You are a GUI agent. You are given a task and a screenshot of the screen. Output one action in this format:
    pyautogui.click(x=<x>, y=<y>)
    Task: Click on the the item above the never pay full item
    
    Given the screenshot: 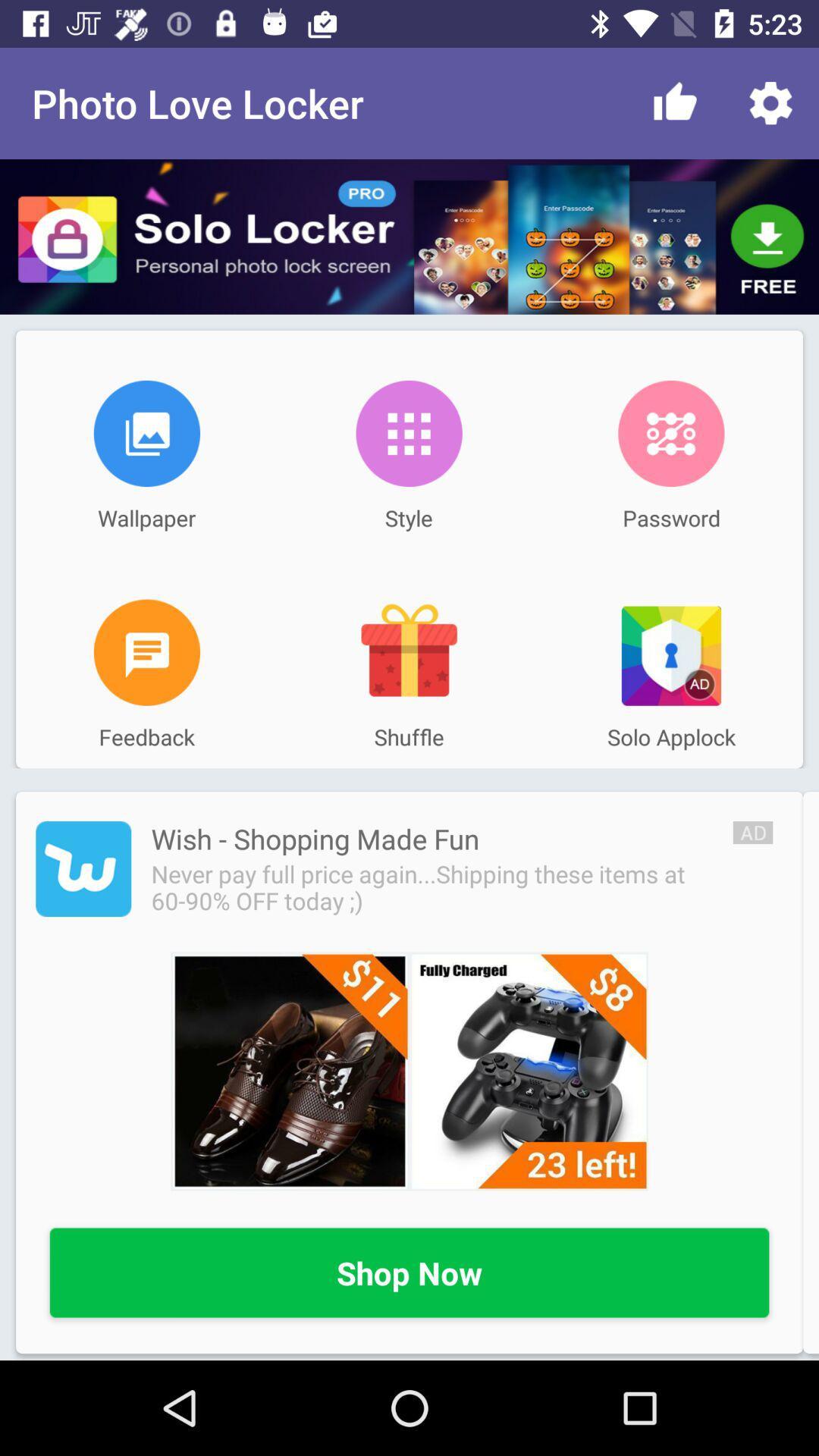 What is the action you would take?
    pyautogui.click(x=314, y=838)
    